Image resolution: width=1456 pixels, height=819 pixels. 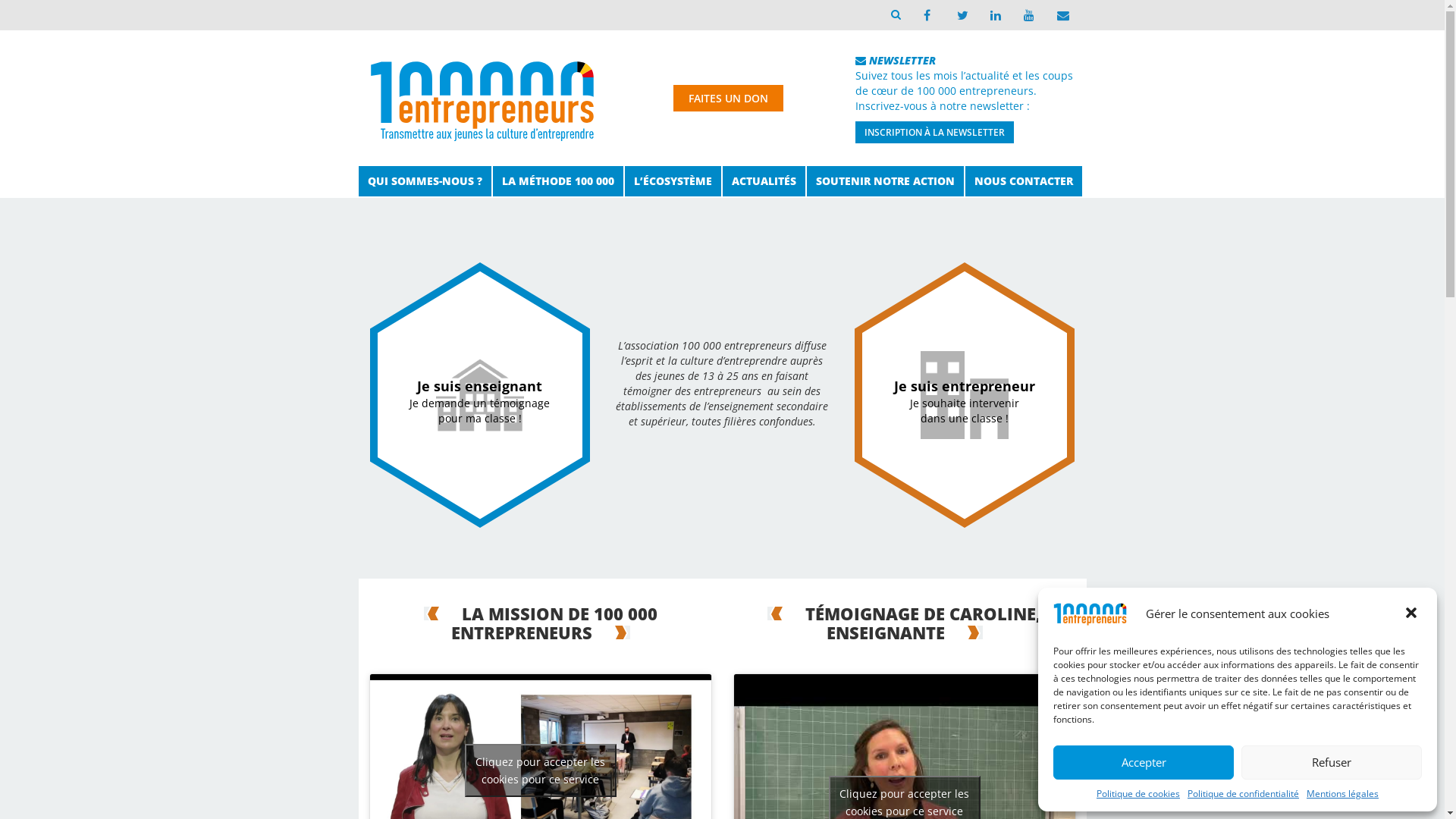 I want to click on 'Accepter', so click(x=1143, y=762).